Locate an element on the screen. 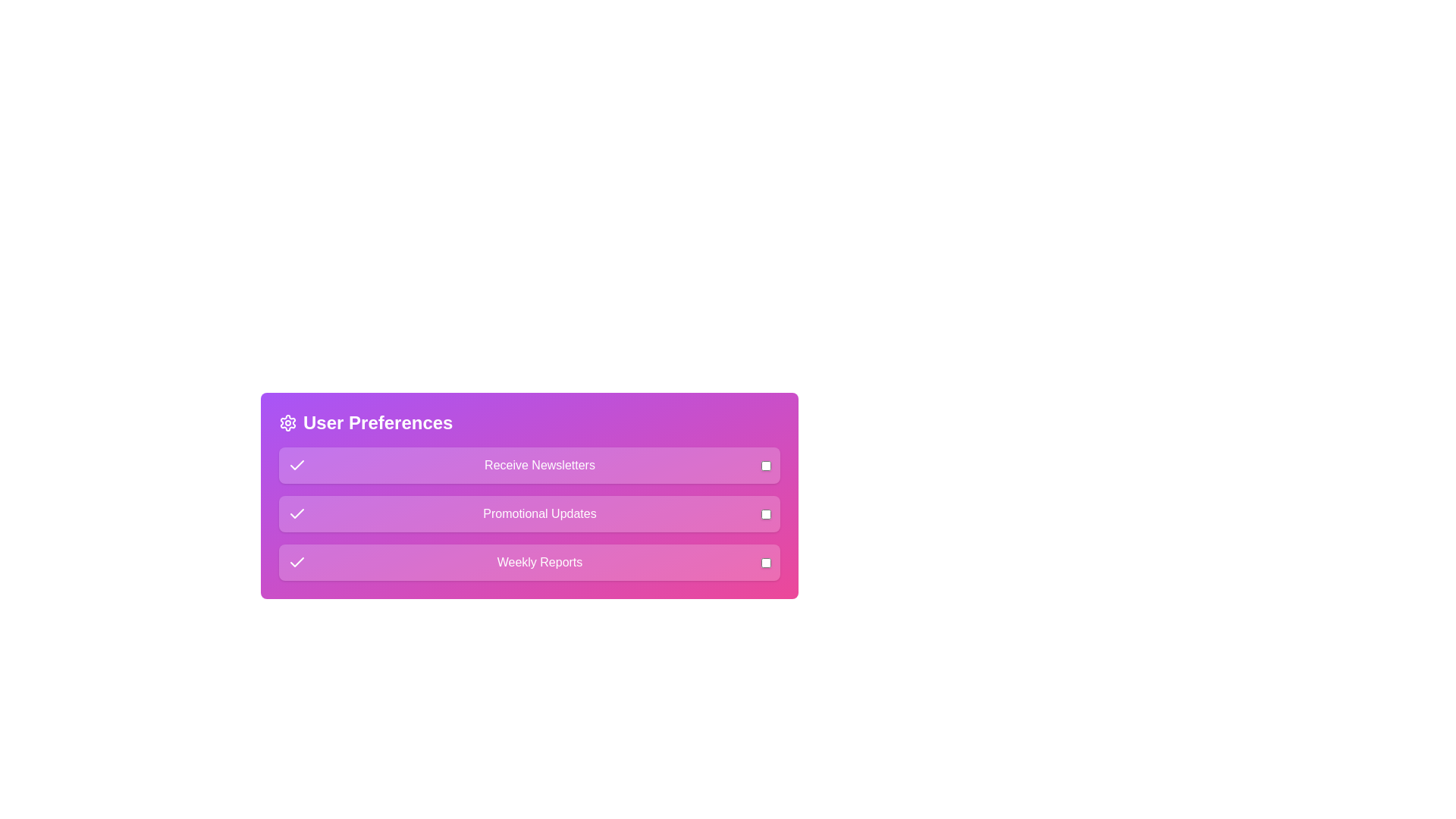  the 'User Preferences' title is located at coordinates (529, 423).